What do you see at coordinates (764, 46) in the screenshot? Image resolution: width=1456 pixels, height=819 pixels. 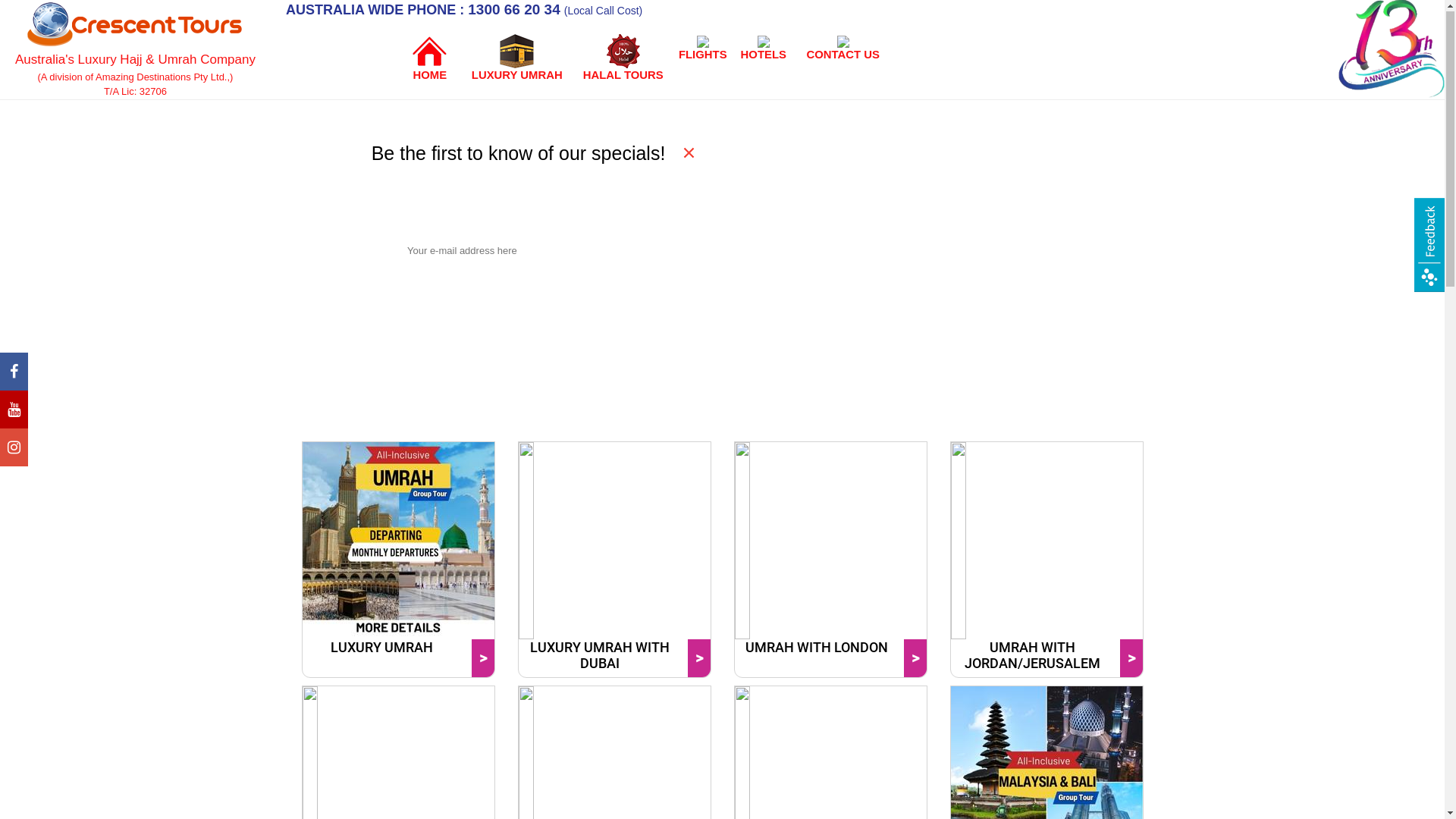 I see `'HOTELS'` at bounding box center [764, 46].